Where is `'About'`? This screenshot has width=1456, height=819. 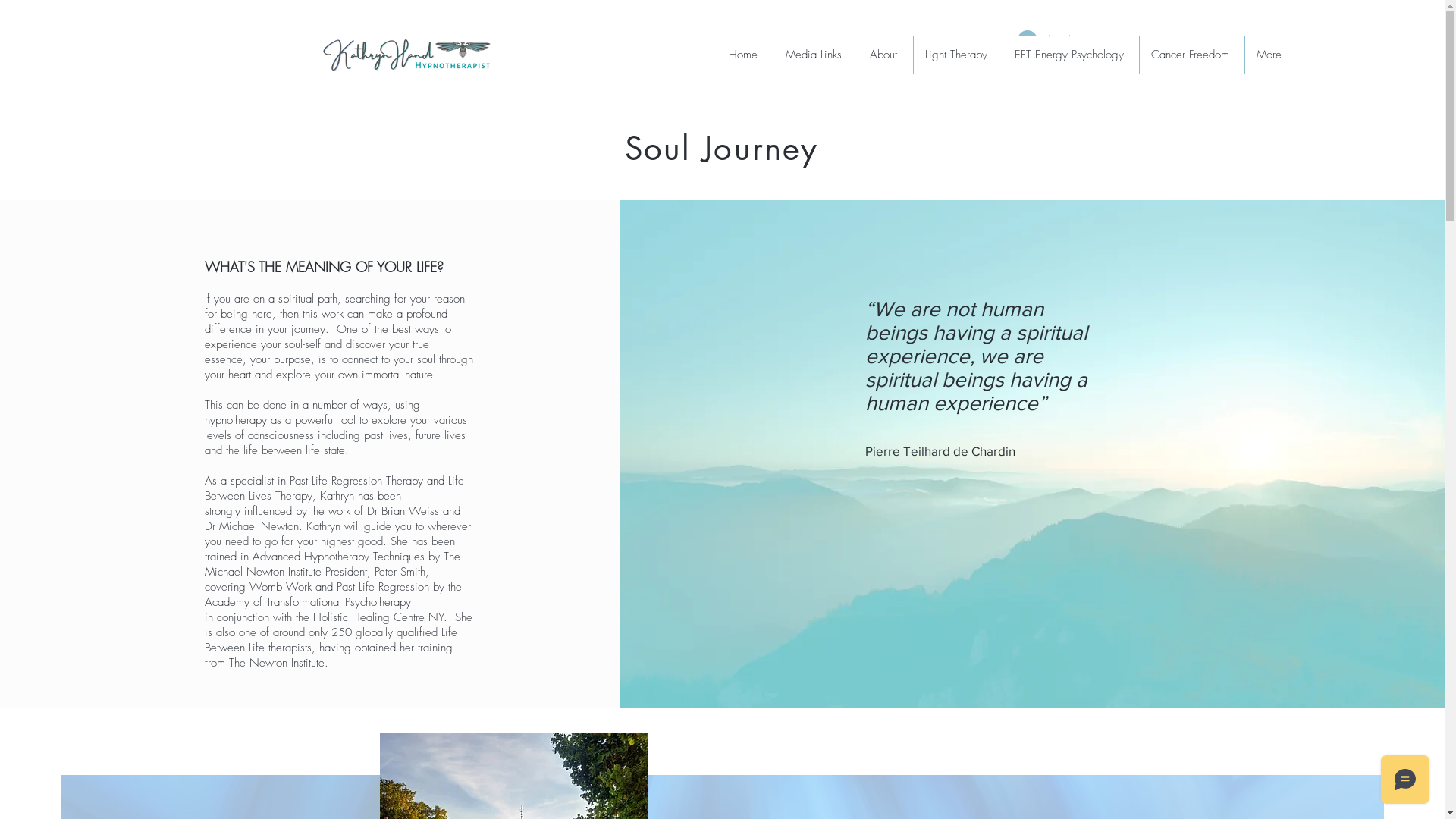
'About' is located at coordinates (885, 54).